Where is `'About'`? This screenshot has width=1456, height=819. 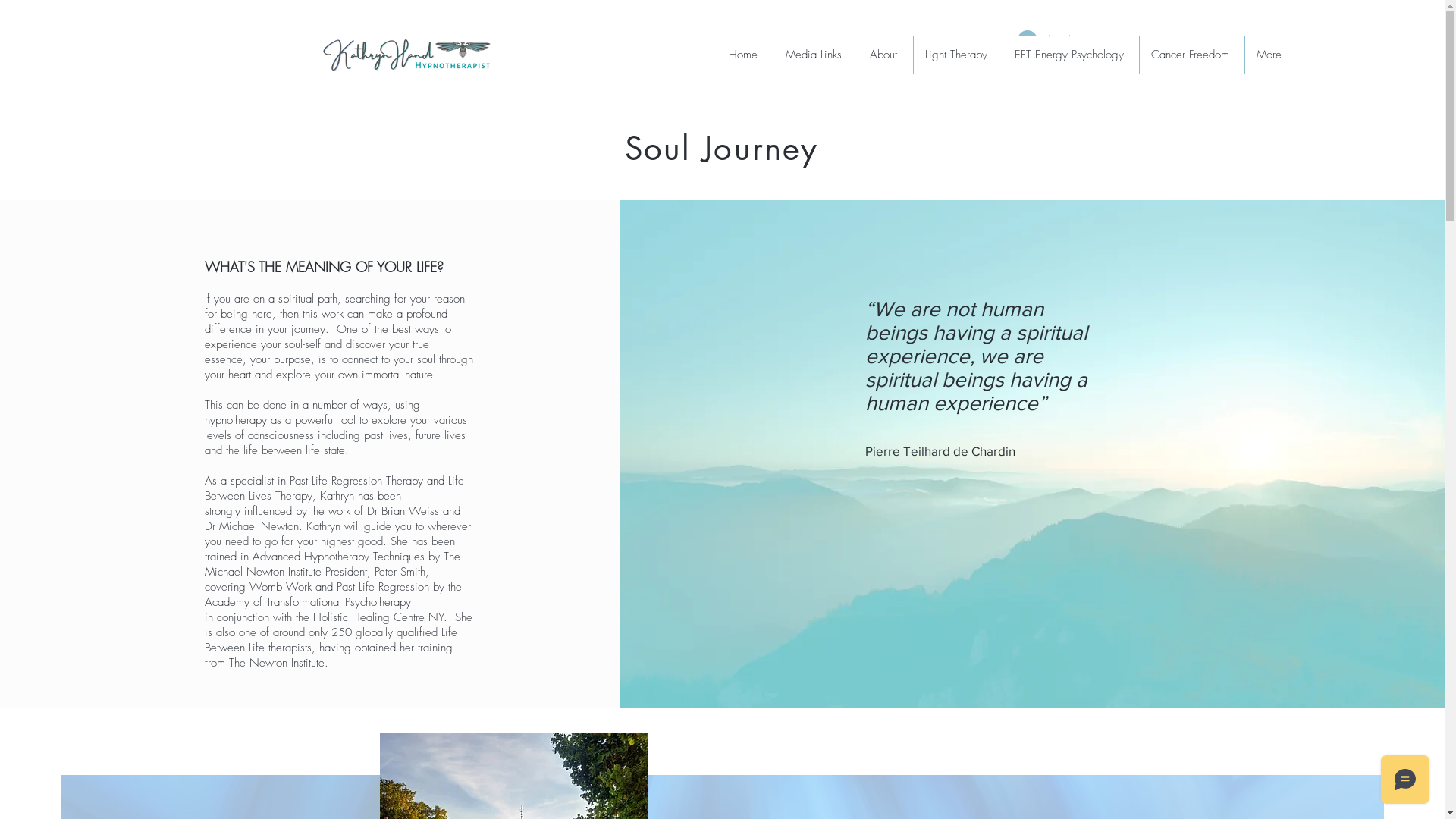
'About' is located at coordinates (885, 54).